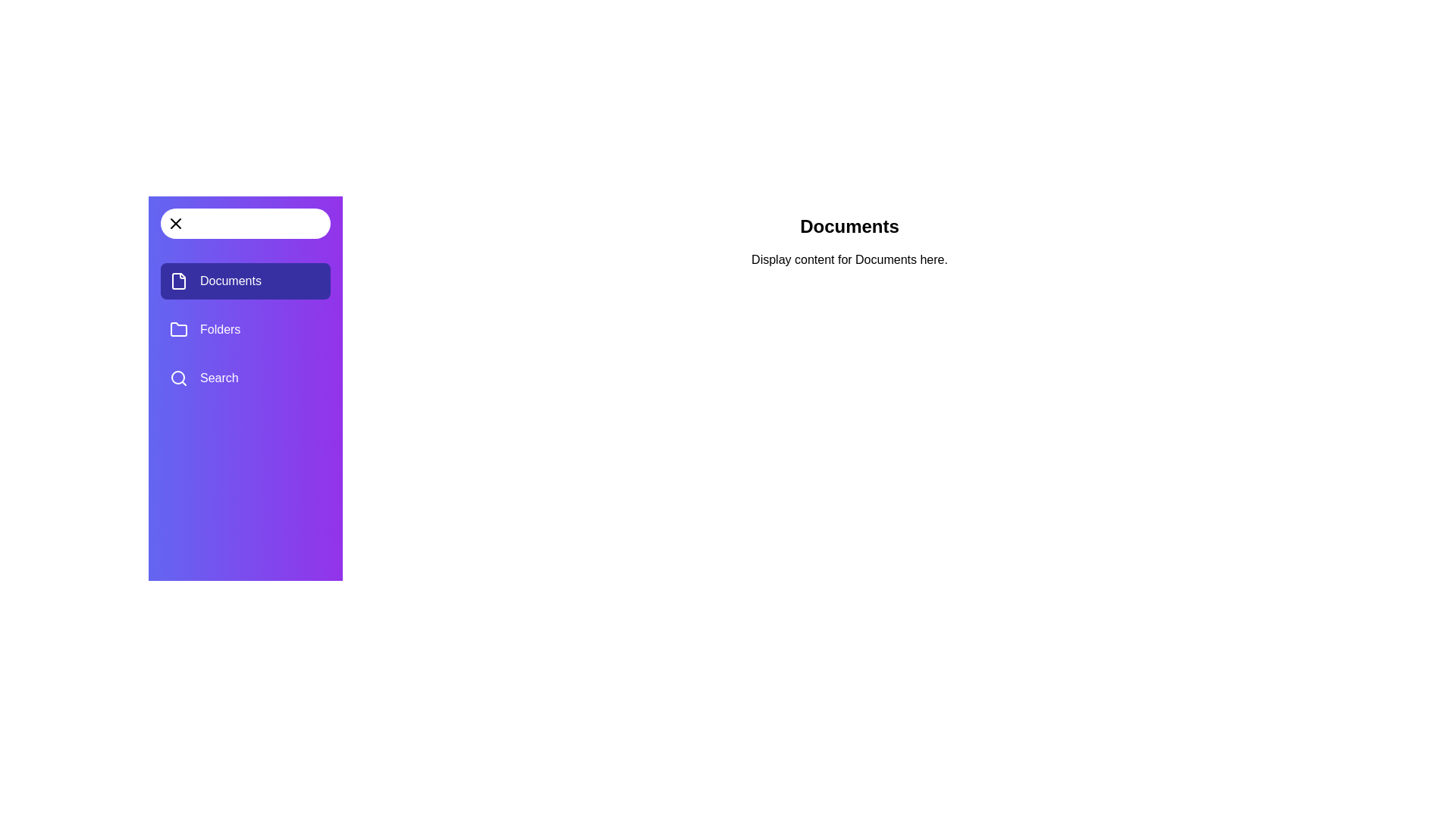 Image resolution: width=1456 pixels, height=819 pixels. I want to click on the menu section Folders, so click(246, 329).